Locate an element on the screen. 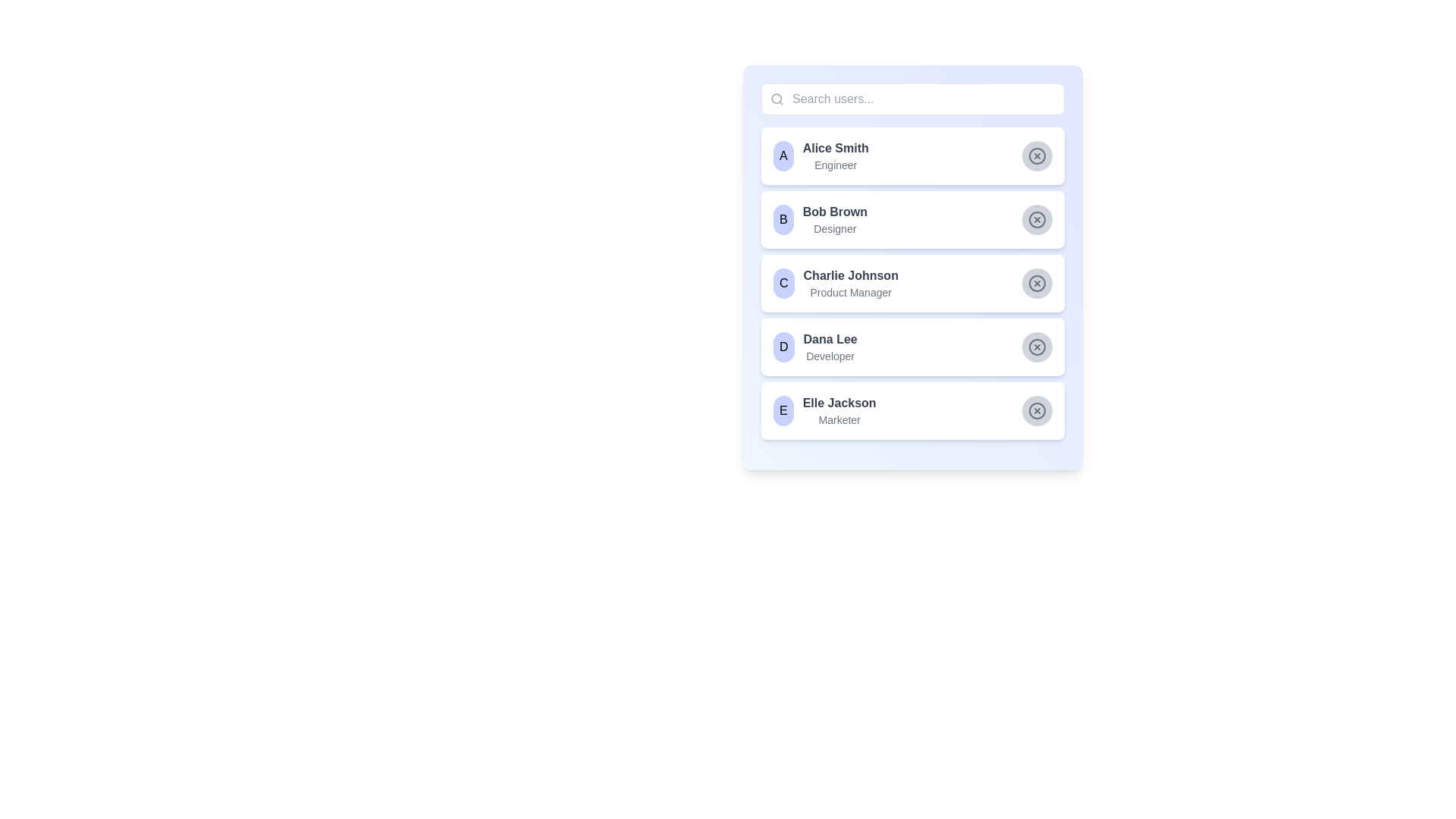  the circle with an 'X' mark inside it, located on the right-hand side of the list item for 'Charlie Johnson, Product Manager' is located at coordinates (1037, 284).